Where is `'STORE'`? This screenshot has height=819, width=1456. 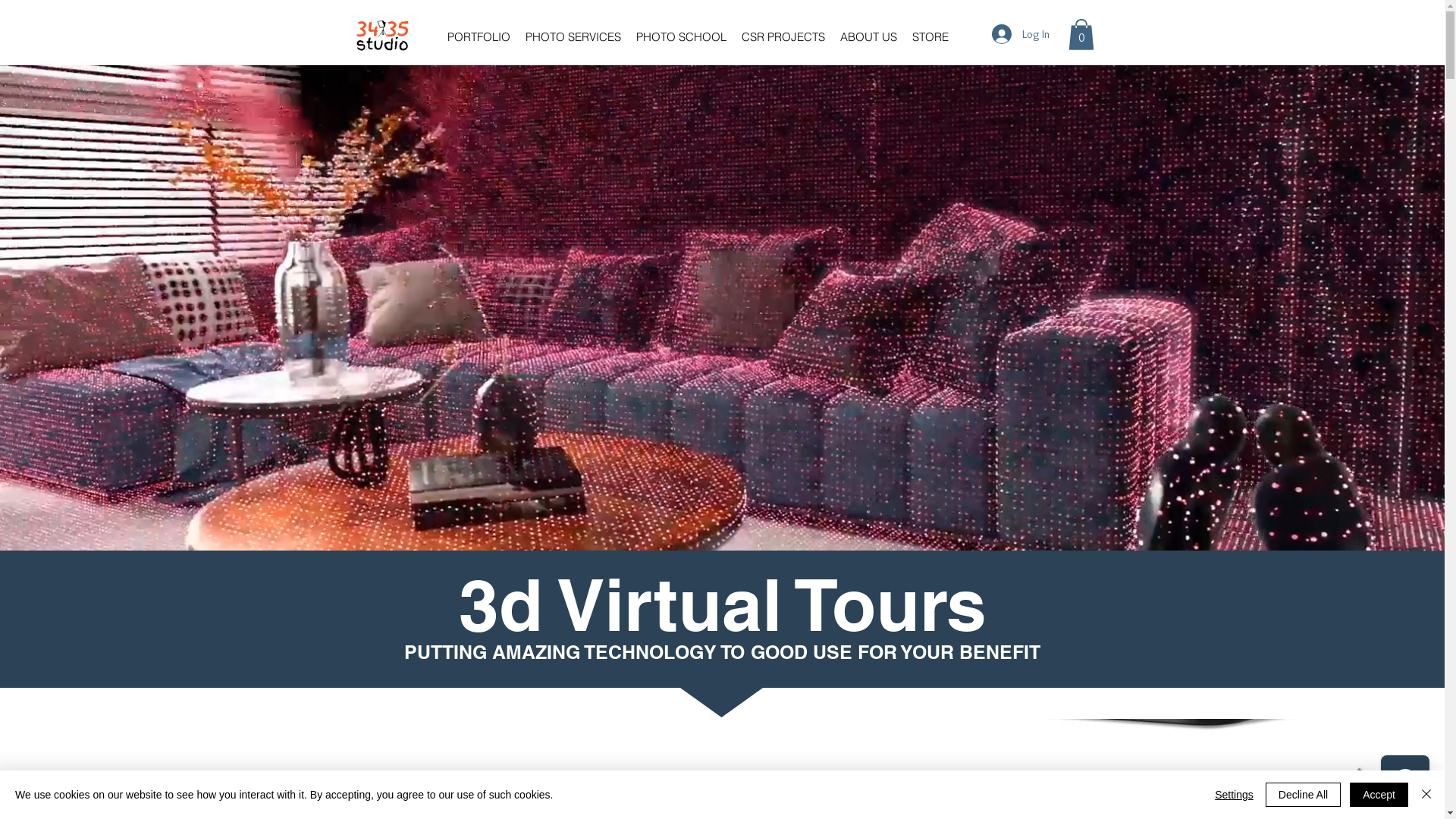 'STORE' is located at coordinates (928, 36).